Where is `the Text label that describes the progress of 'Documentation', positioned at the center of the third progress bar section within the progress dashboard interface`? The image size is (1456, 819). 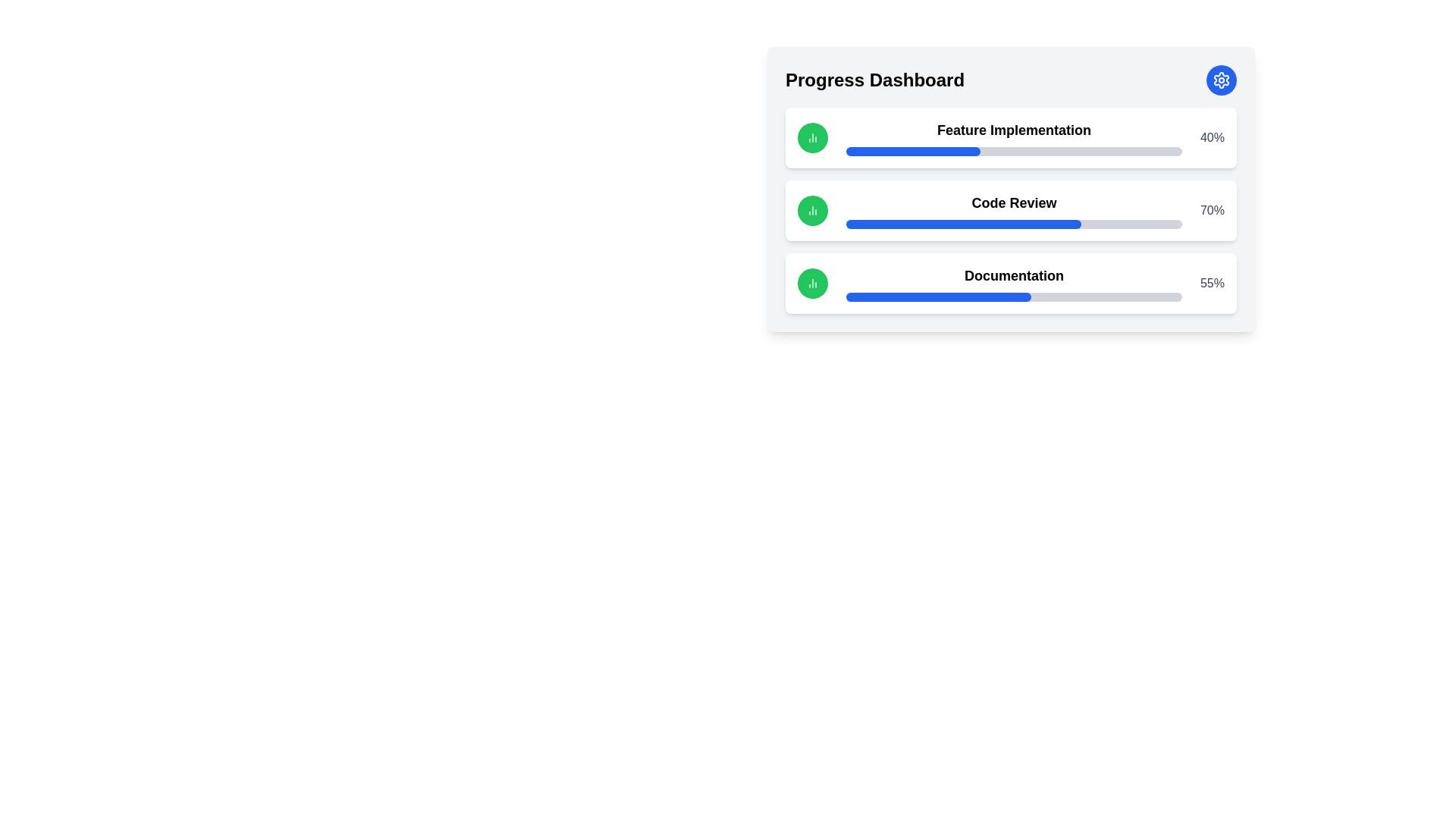
the Text label that describes the progress of 'Documentation', positioned at the center of the third progress bar section within the progress dashboard interface is located at coordinates (1014, 284).